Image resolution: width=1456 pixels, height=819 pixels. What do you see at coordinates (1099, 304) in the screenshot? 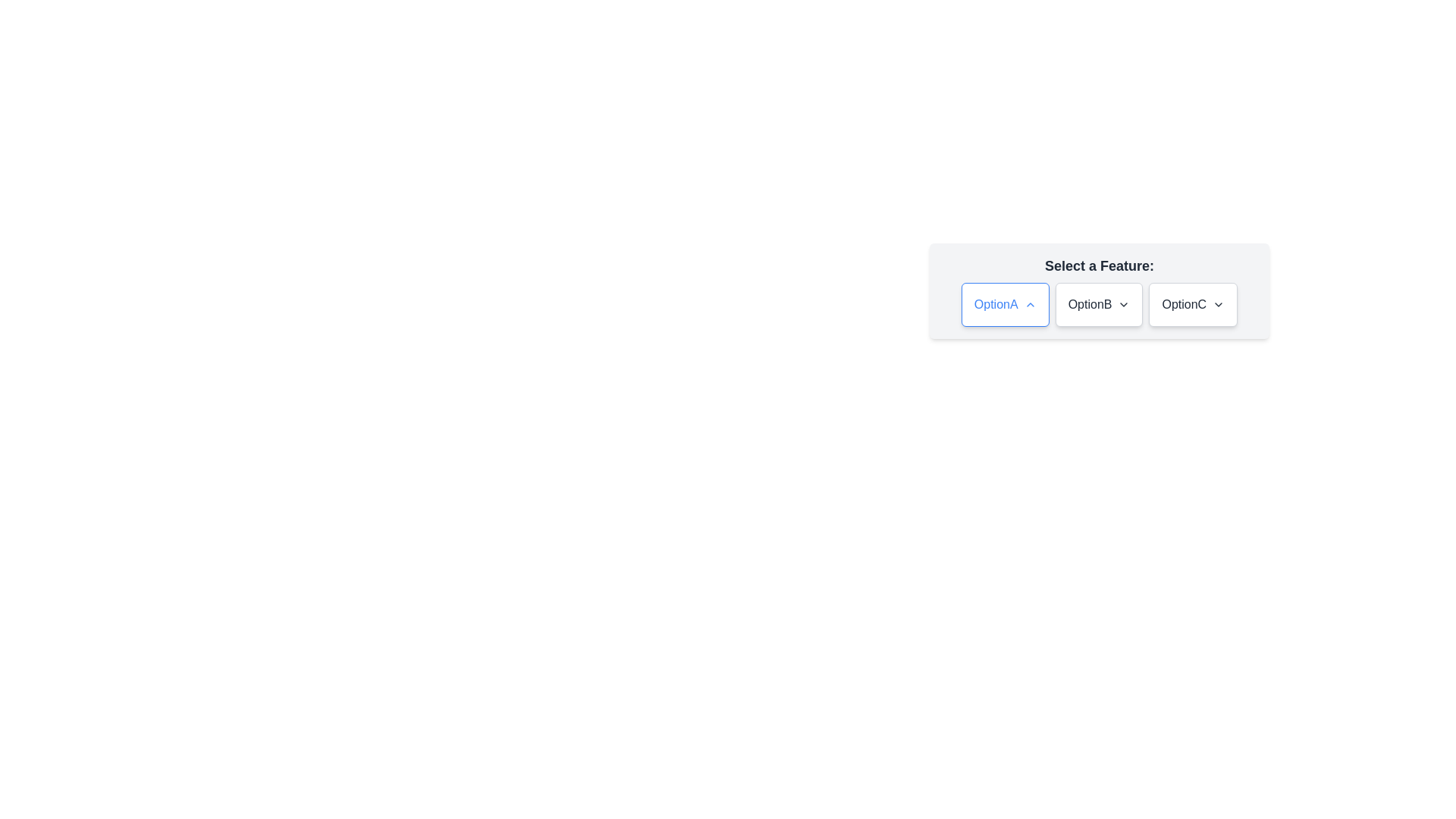
I see `the second button labeled 'OptionB' within the group of three buttons located beneath the text 'Select a Feature:'` at bounding box center [1099, 304].